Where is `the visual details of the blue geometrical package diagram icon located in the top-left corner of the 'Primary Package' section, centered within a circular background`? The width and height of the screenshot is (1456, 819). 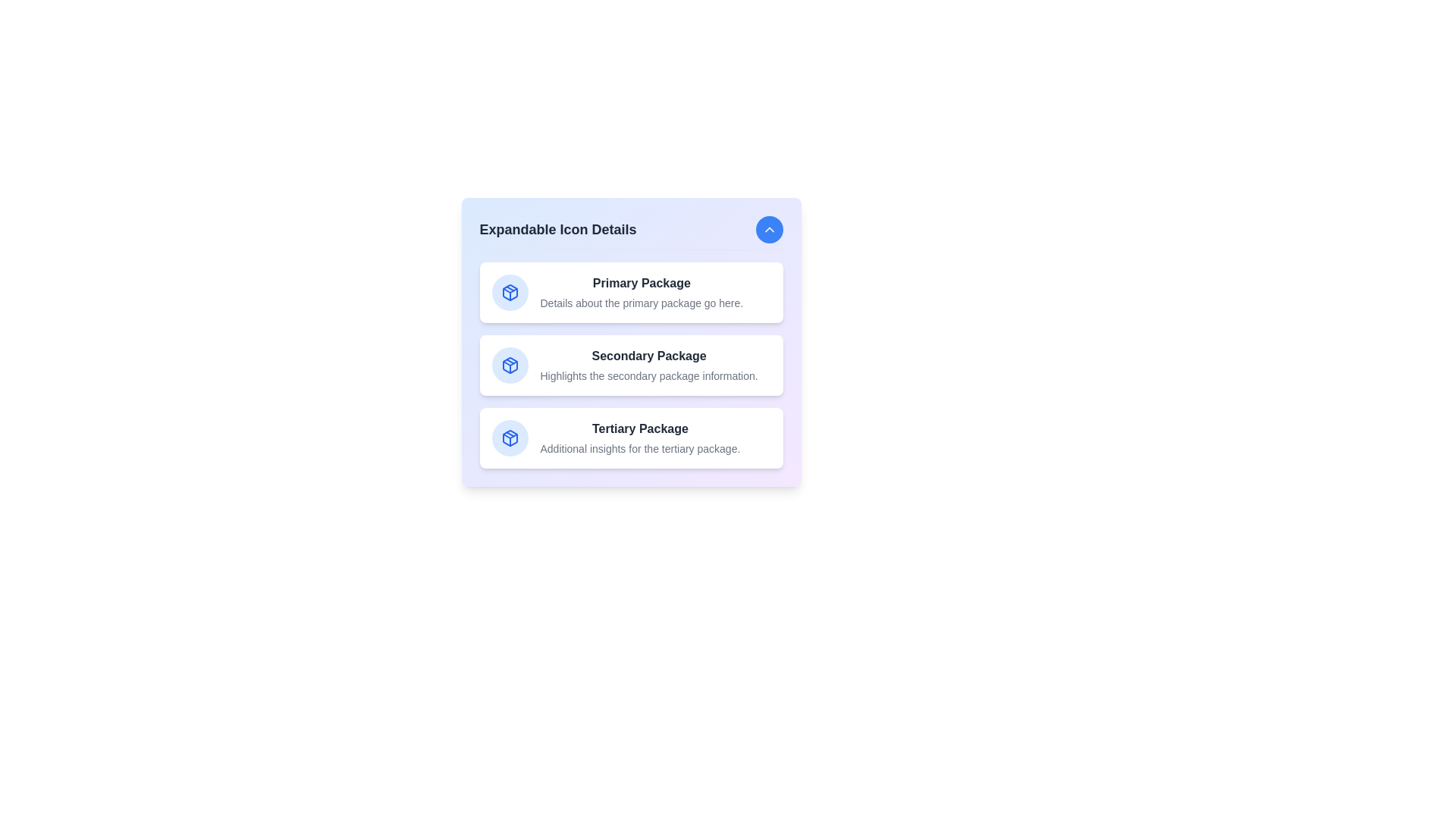
the visual details of the blue geometrical package diagram icon located in the top-left corner of the 'Primary Package' section, centered within a circular background is located at coordinates (510, 292).